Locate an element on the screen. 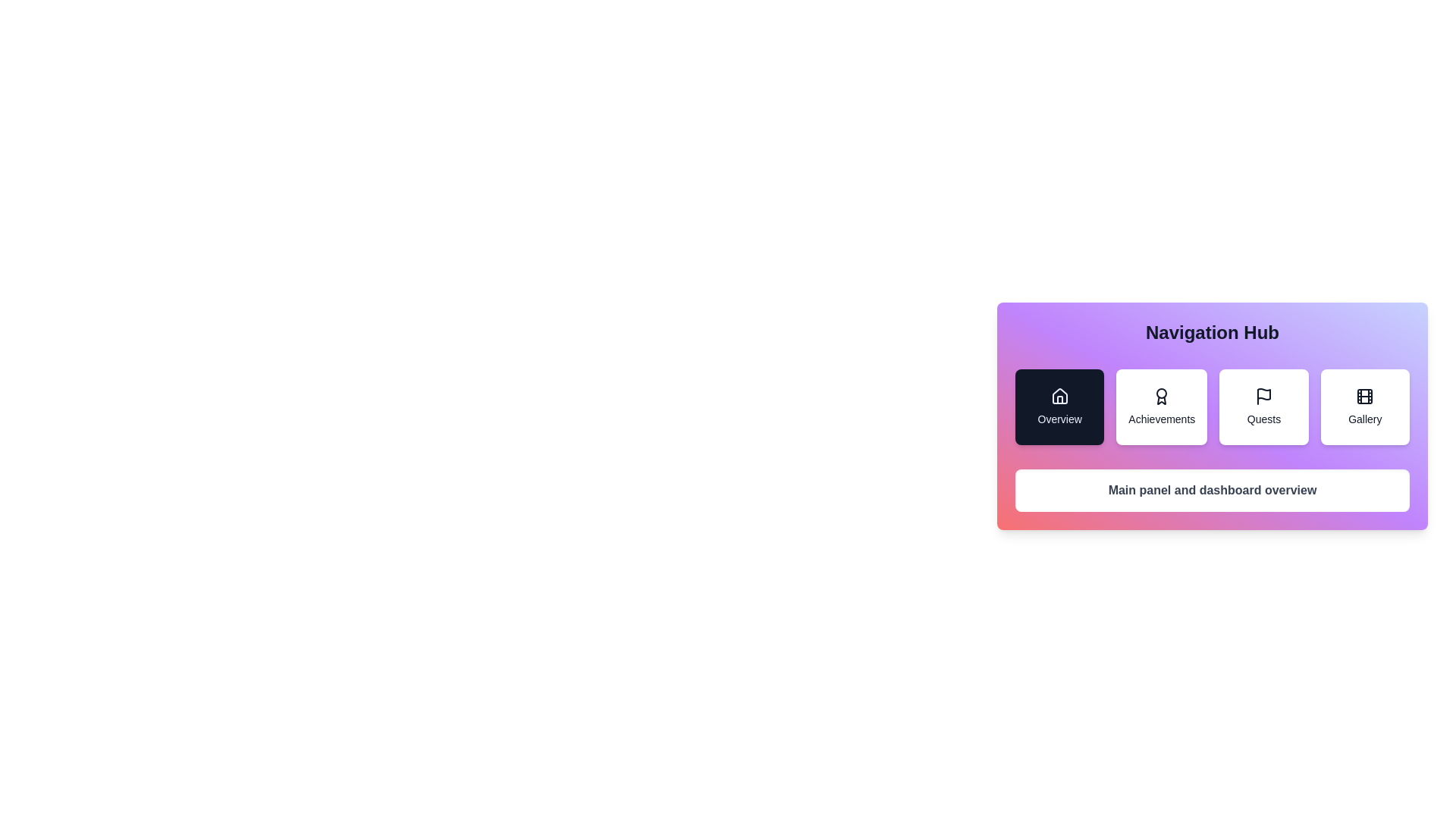 The width and height of the screenshot is (1456, 819). the text label reading 'Quests' located at the bottom center of the third card in a horizontal row of four cards in the navigation hub interface is located at coordinates (1263, 419).